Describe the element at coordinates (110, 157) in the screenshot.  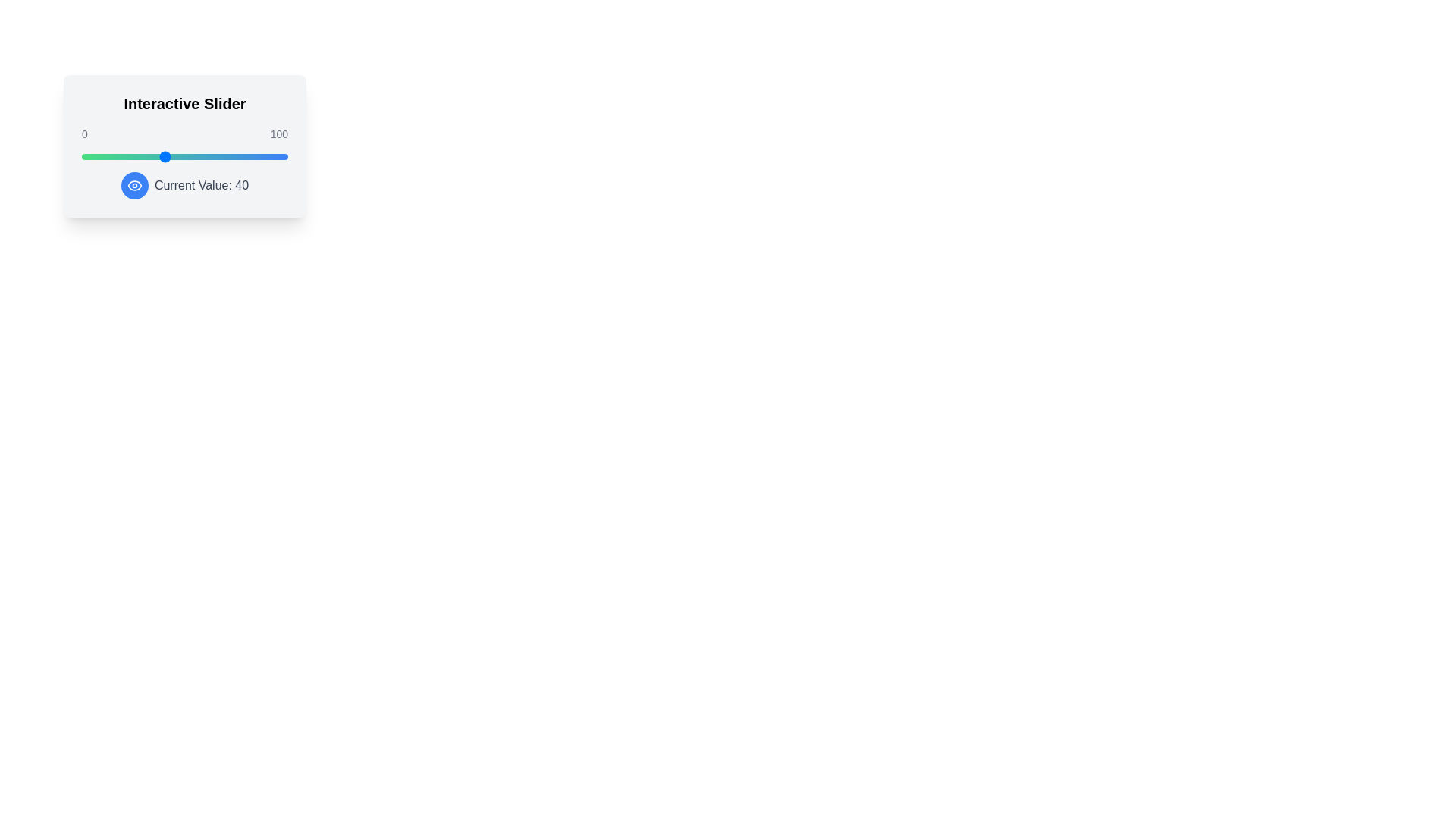
I see `the slider to set its value to 14` at that location.